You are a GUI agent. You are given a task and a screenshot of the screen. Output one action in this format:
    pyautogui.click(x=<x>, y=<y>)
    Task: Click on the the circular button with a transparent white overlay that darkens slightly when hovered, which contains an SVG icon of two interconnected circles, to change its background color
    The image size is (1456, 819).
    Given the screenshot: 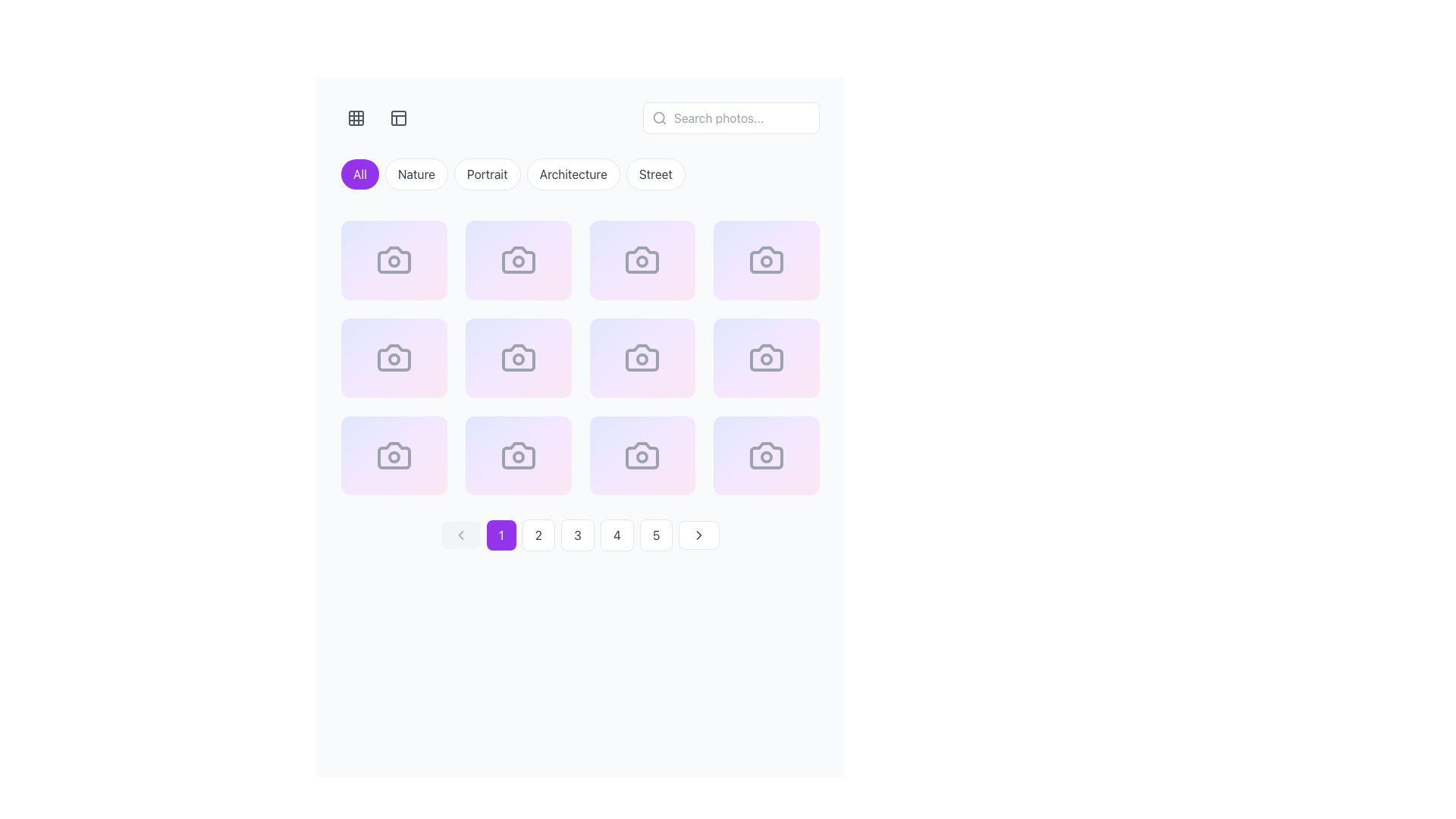 What is the action you would take?
    pyautogui.click(x=773, y=275)
    